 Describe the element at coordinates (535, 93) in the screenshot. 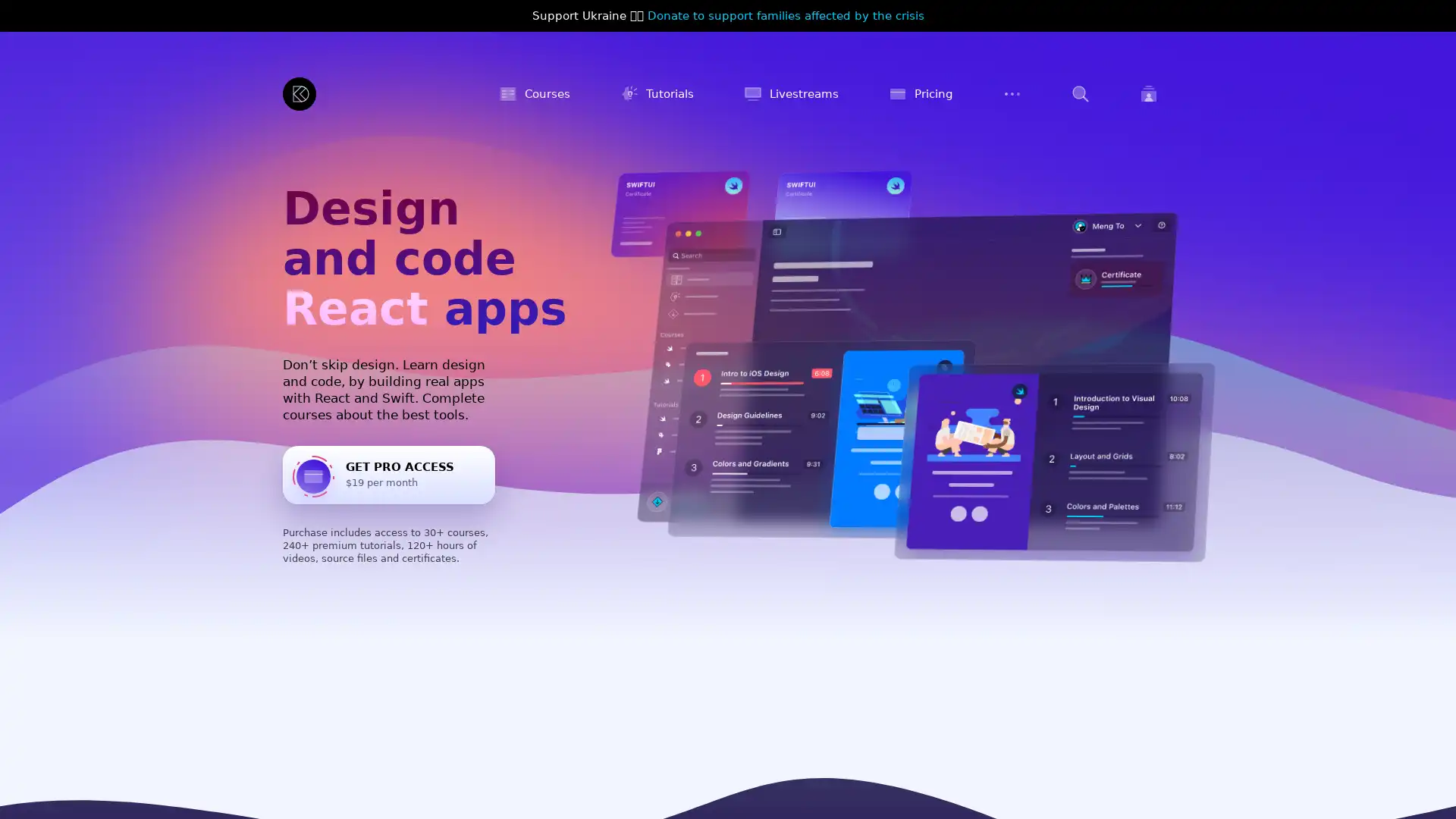

I see `Courses icon Courses` at that location.